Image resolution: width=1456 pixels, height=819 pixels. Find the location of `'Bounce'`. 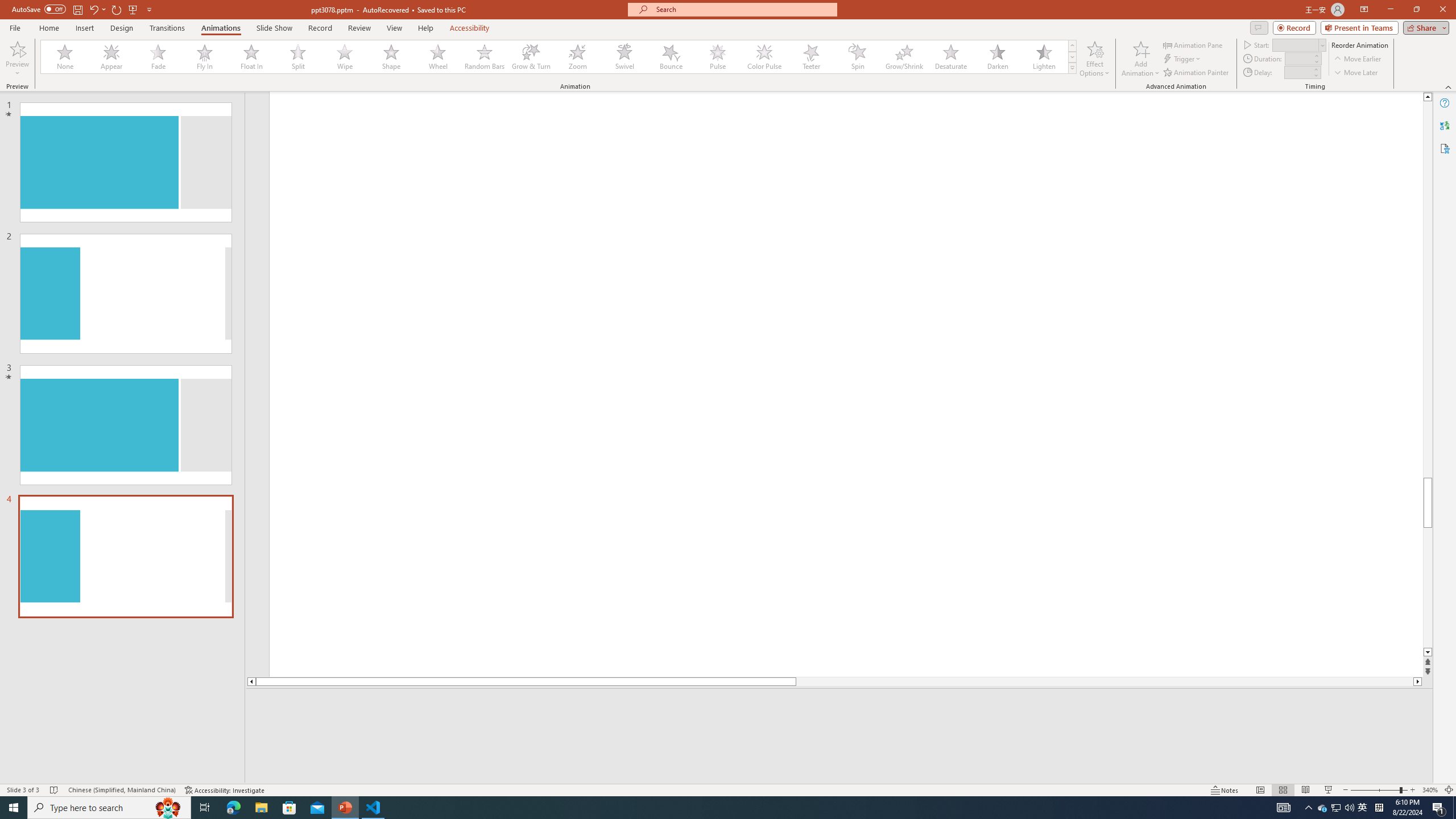

'Bounce' is located at coordinates (671, 56).